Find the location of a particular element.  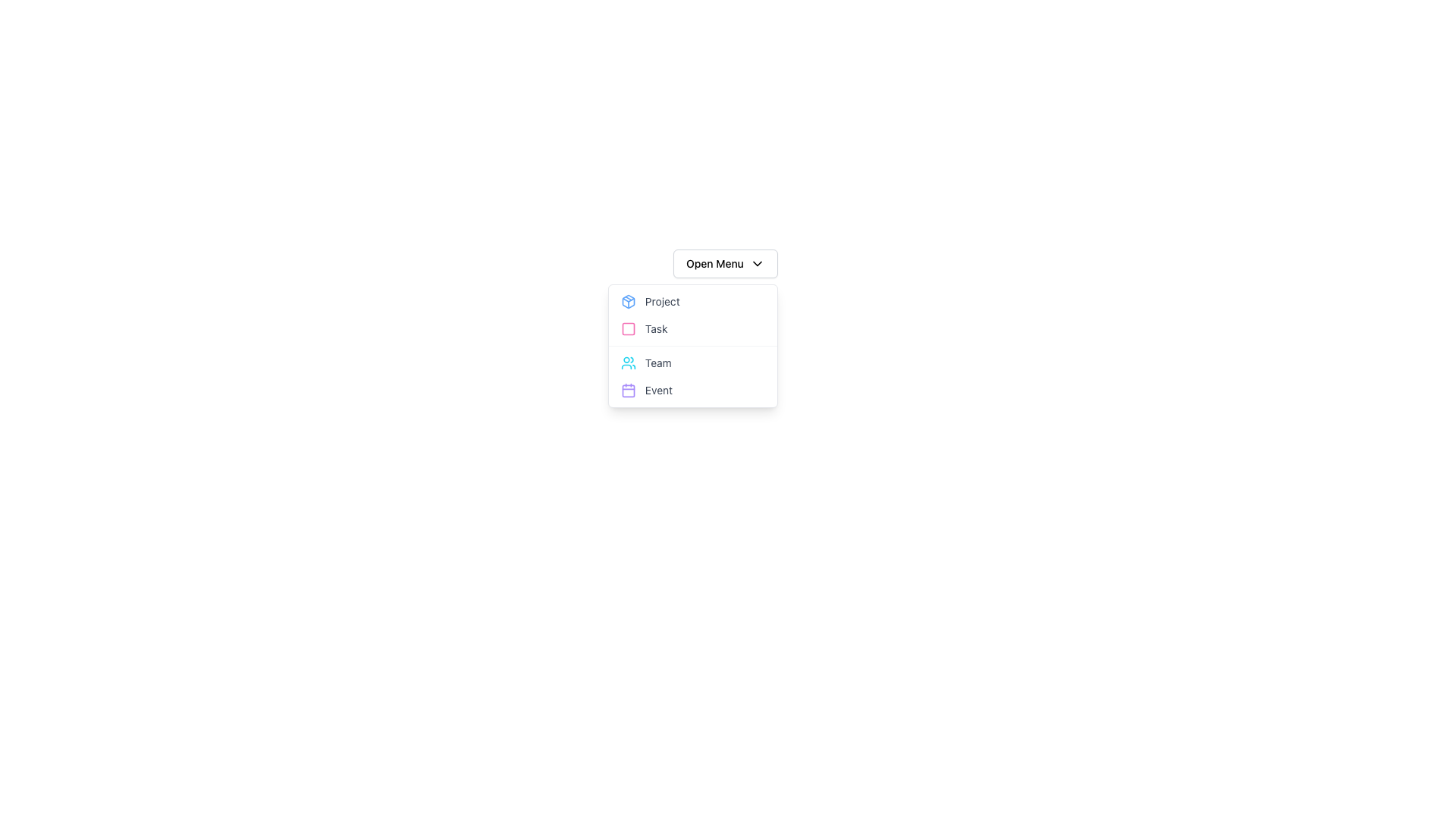

the dropdown menu toggle icon located at the far right inside the 'Open Menu' button is located at coordinates (757, 262).